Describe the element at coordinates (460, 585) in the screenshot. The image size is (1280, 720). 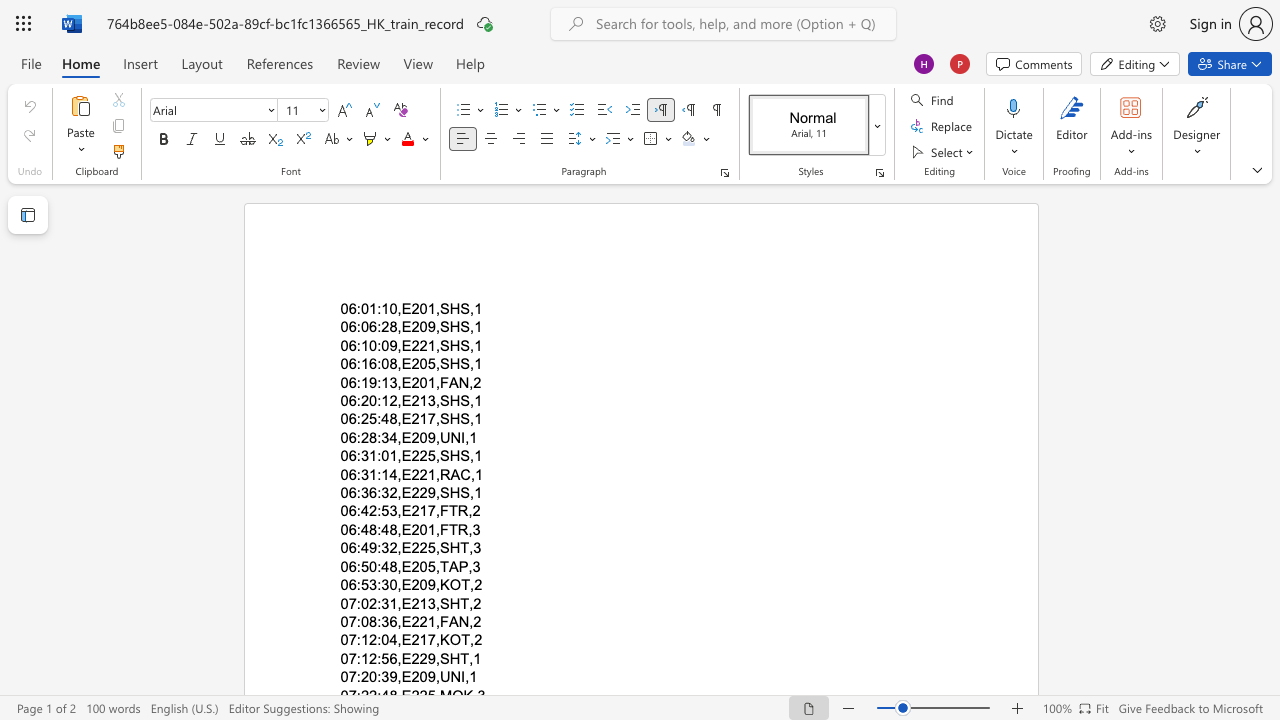
I see `the subset text "T," within the text "06:53:30,E209,KOT,2"` at that location.